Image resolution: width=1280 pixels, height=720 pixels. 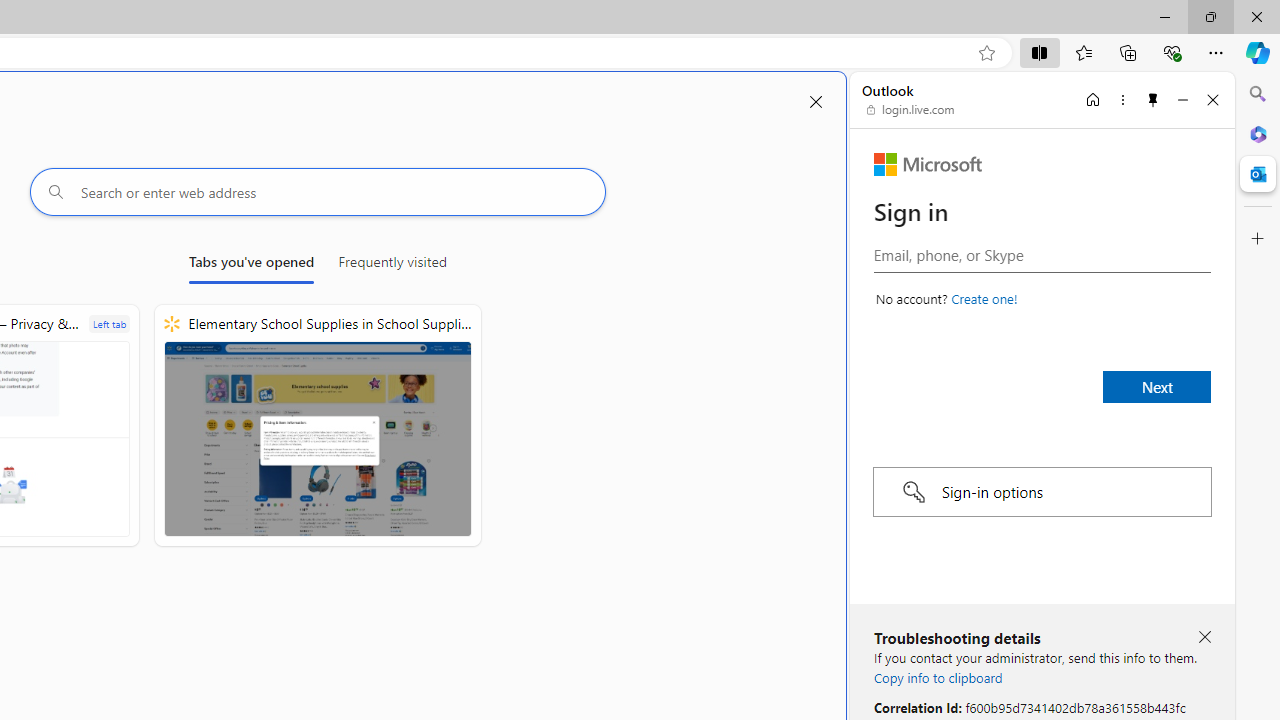 I want to click on 'Close troubleshooting details', so click(x=1204, y=637).